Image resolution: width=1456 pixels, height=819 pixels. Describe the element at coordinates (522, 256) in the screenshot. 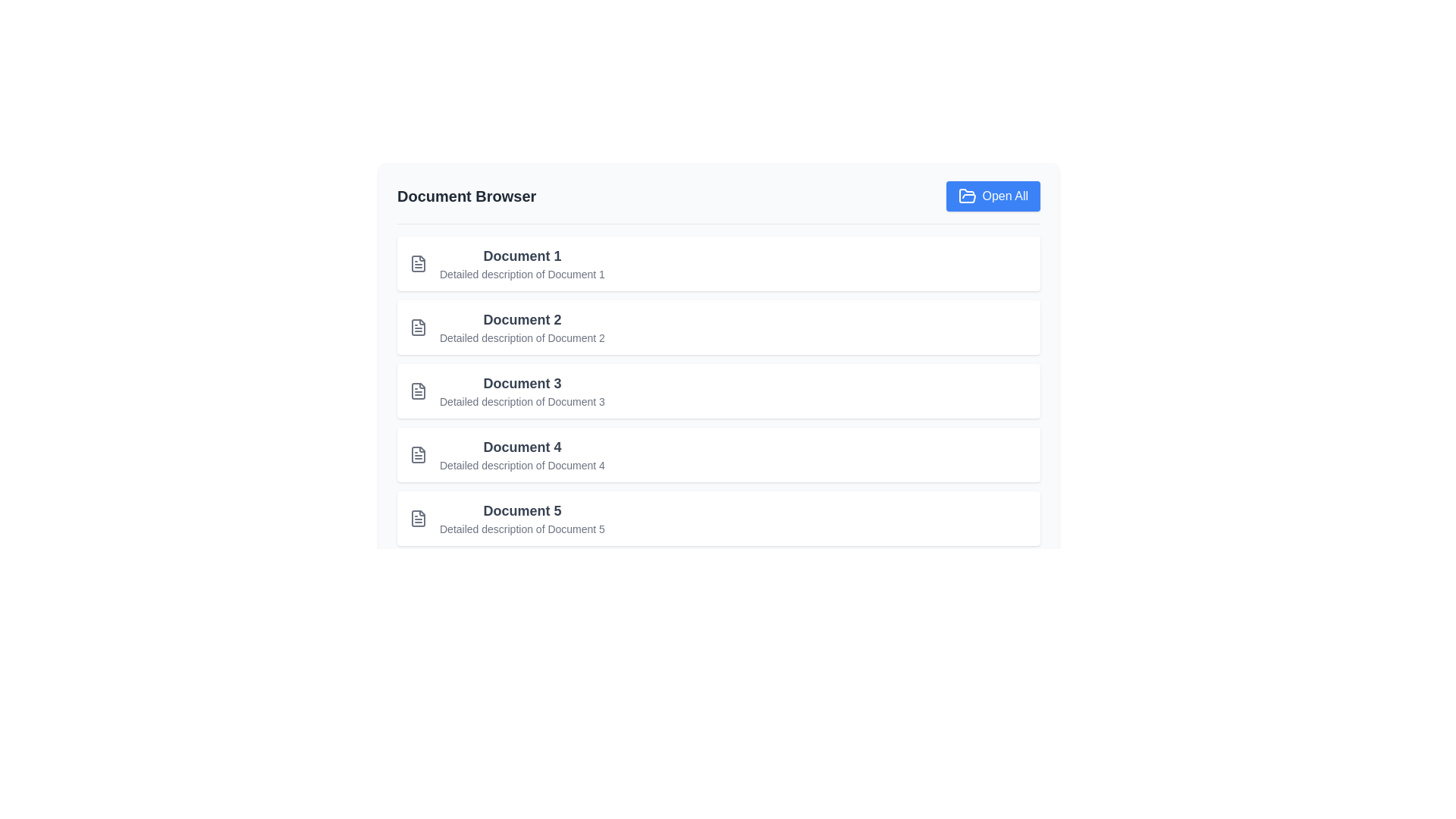

I see `text 'Document 1' displayed in a prominent, bold font, indicating it is the title of a document entry in the list` at that location.